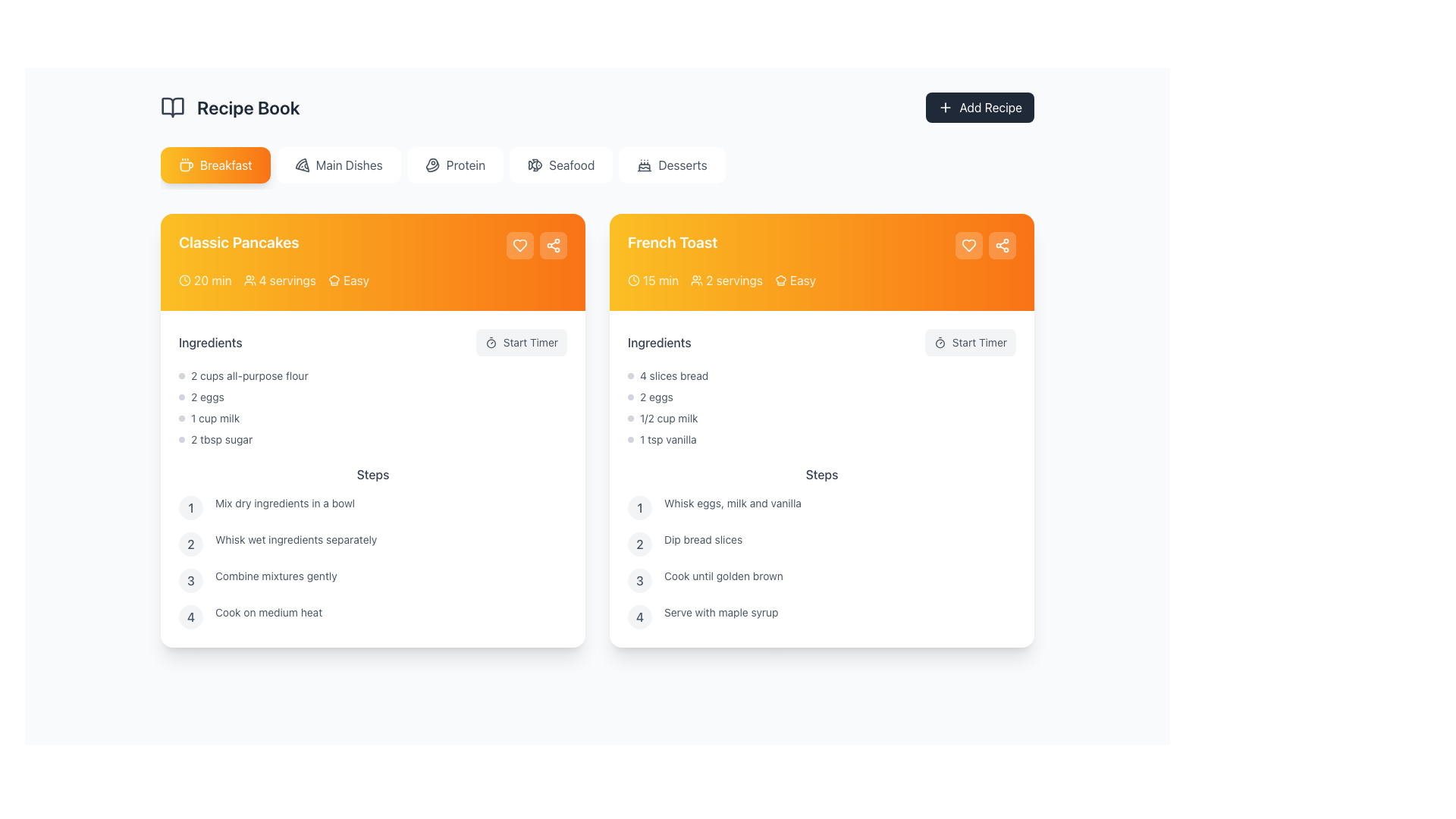 The width and height of the screenshot is (1456, 819). What do you see at coordinates (560, 165) in the screenshot?
I see `the 'Seafood' category selector button, which is the fourth button in a horizontal list` at bounding box center [560, 165].